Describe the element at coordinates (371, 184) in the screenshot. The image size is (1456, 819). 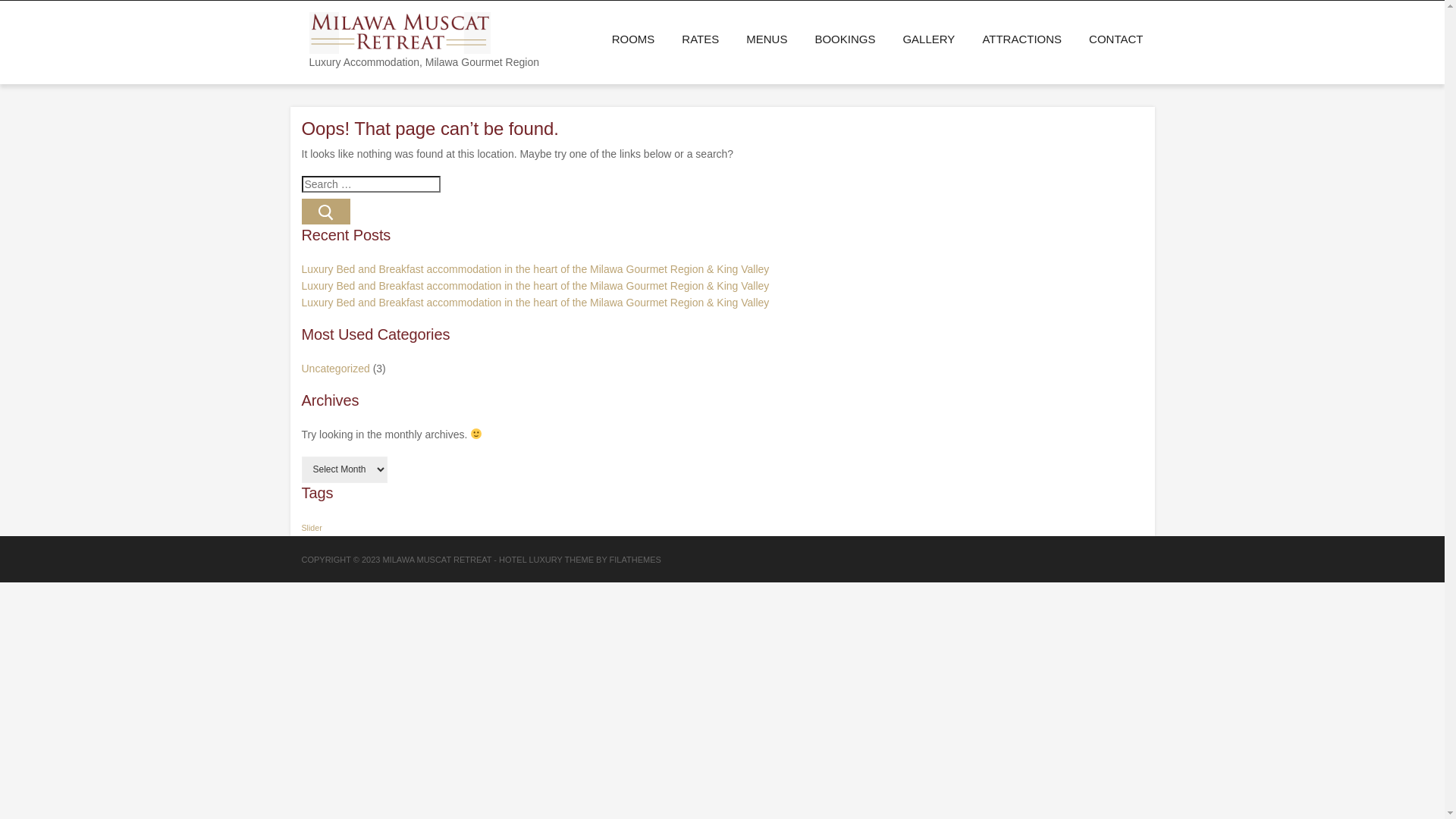
I see `'Search for:'` at that location.